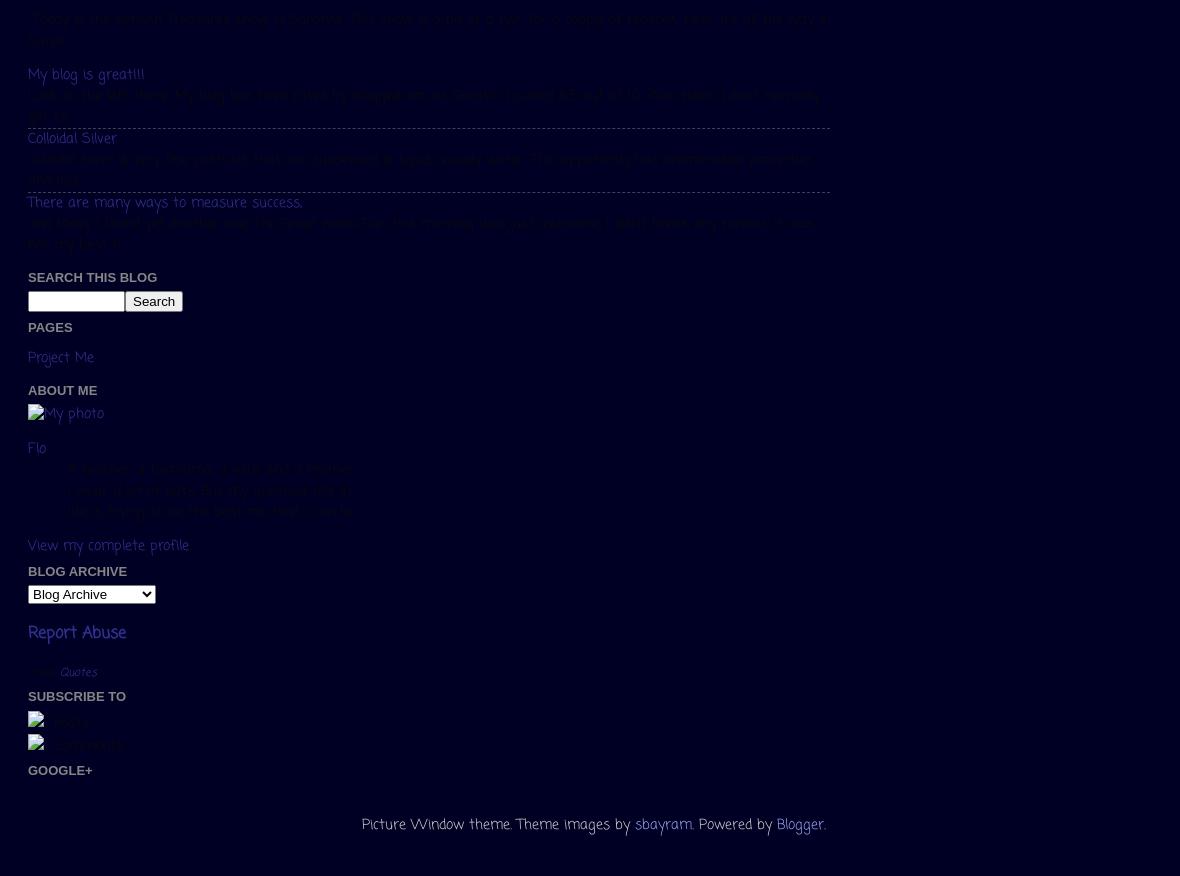  Describe the element at coordinates (60, 357) in the screenshot. I see `'Project Me'` at that location.